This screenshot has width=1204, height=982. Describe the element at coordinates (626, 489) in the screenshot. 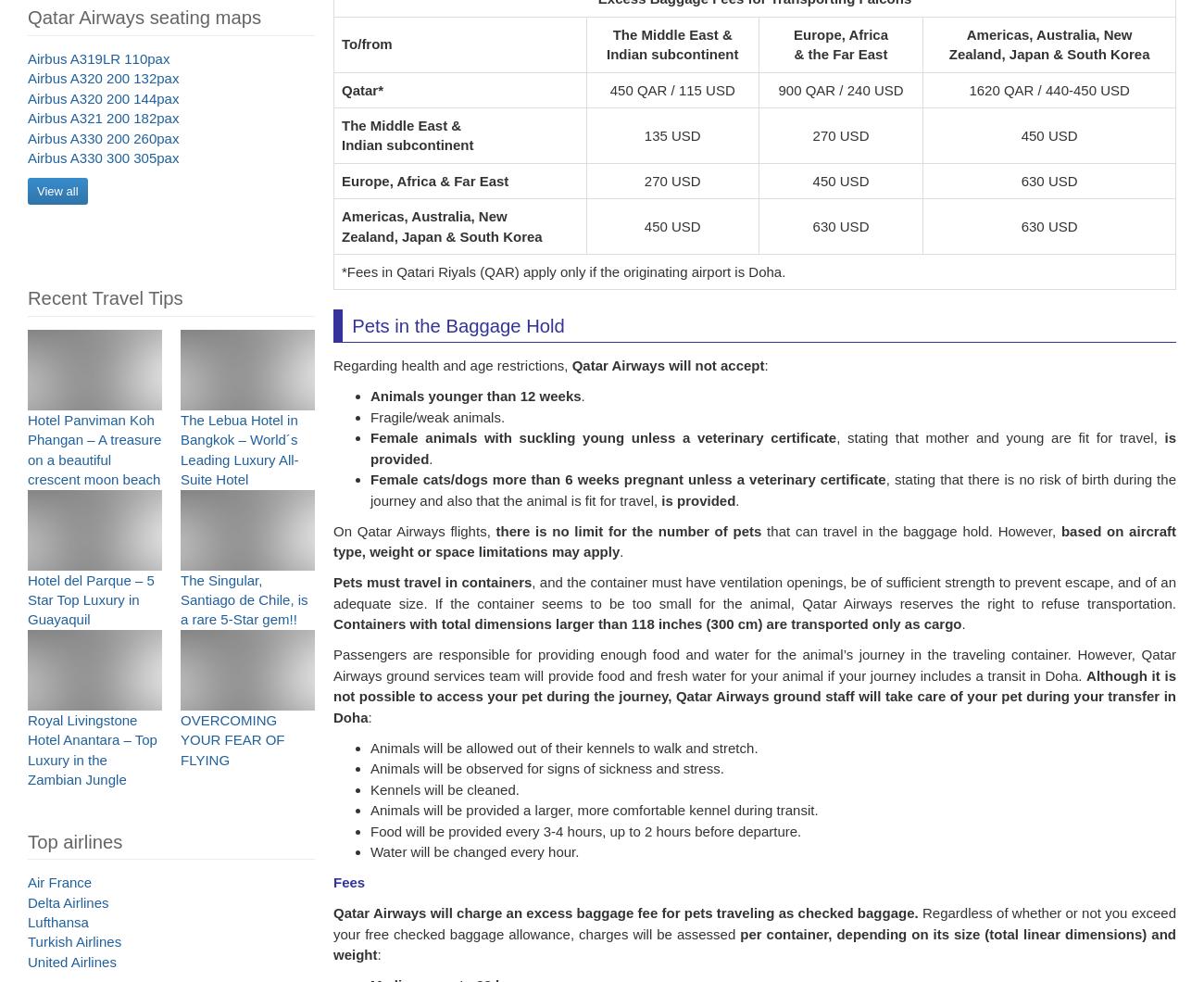

I see `'Female cats/dogs more than 6 weeks pregnant unless a veterinary certificate'` at that location.